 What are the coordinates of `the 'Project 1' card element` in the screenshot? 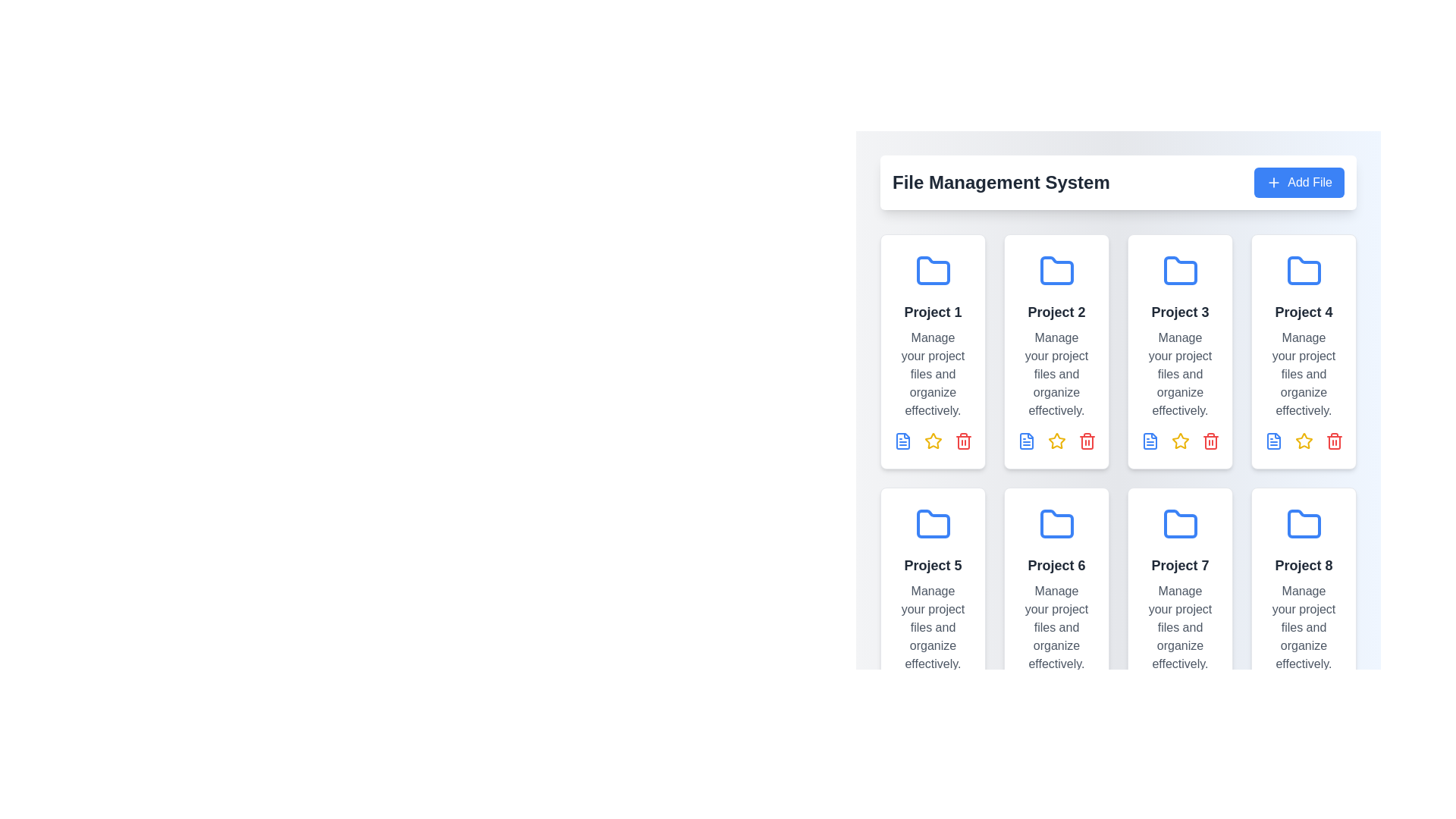 It's located at (932, 351).